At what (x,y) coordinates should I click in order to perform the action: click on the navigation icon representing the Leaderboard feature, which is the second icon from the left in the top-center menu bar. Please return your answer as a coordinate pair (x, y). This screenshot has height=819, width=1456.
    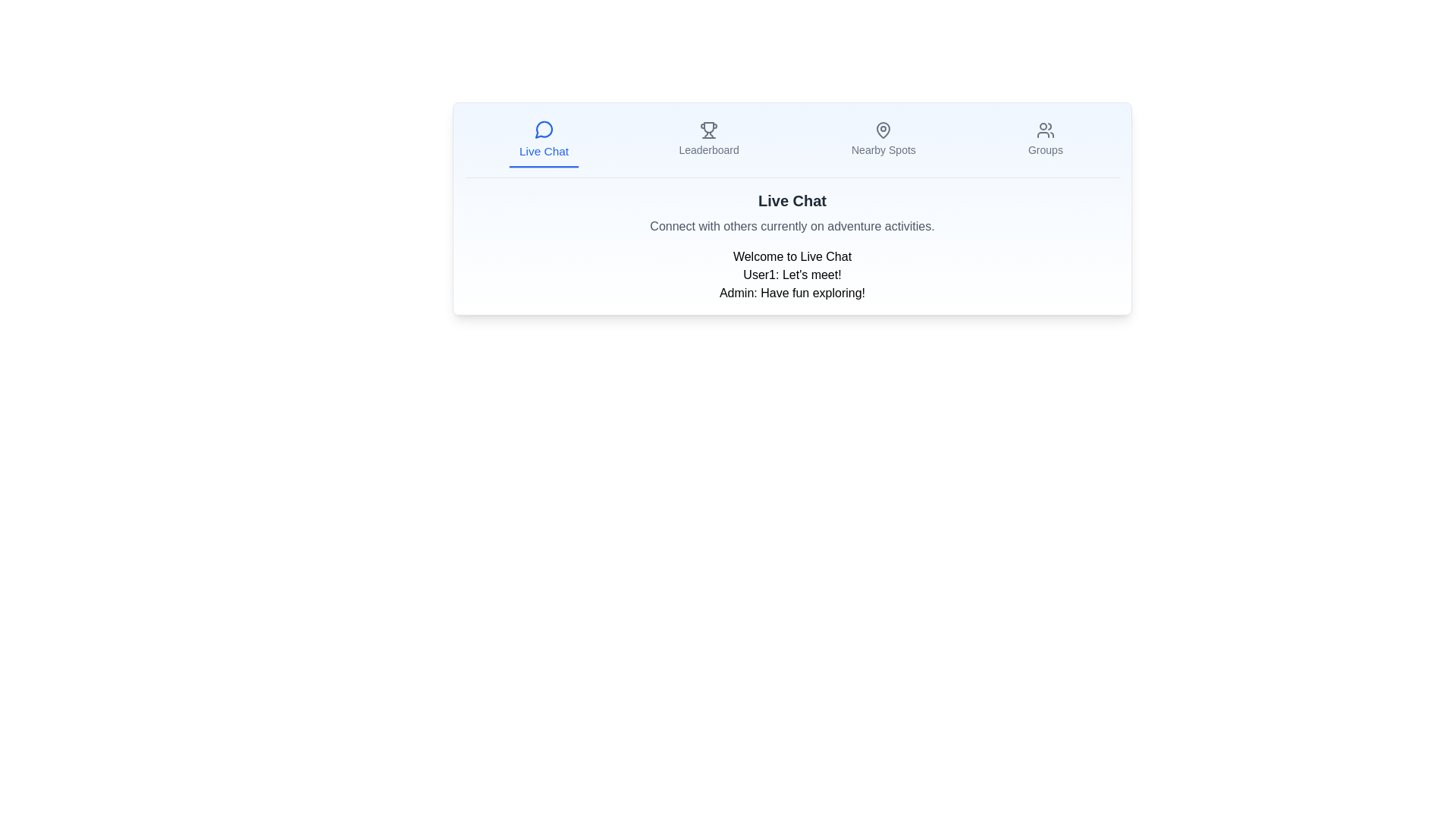
    Looking at the image, I should click on (708, 130).